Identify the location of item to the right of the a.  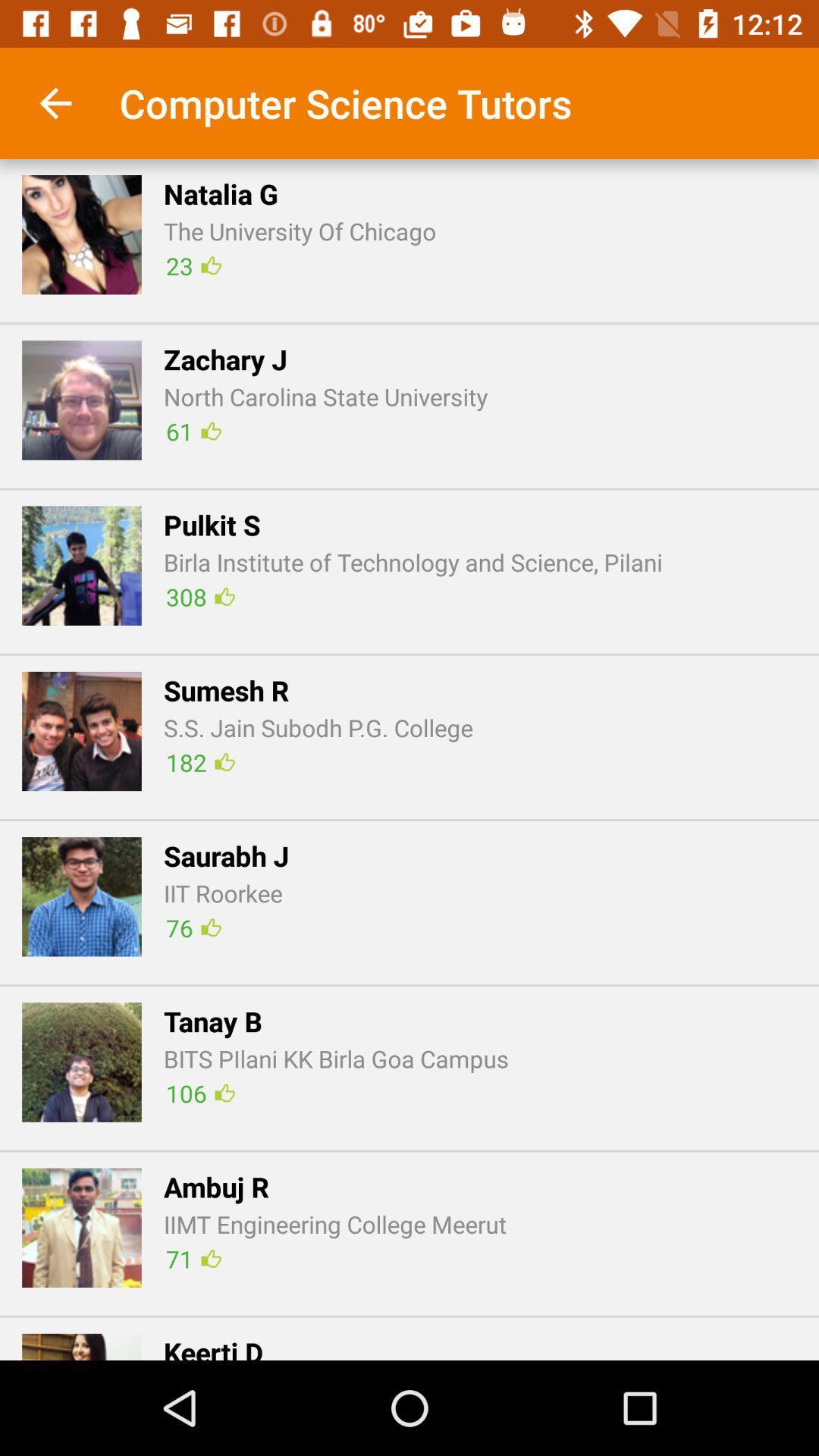
(193, 1259).